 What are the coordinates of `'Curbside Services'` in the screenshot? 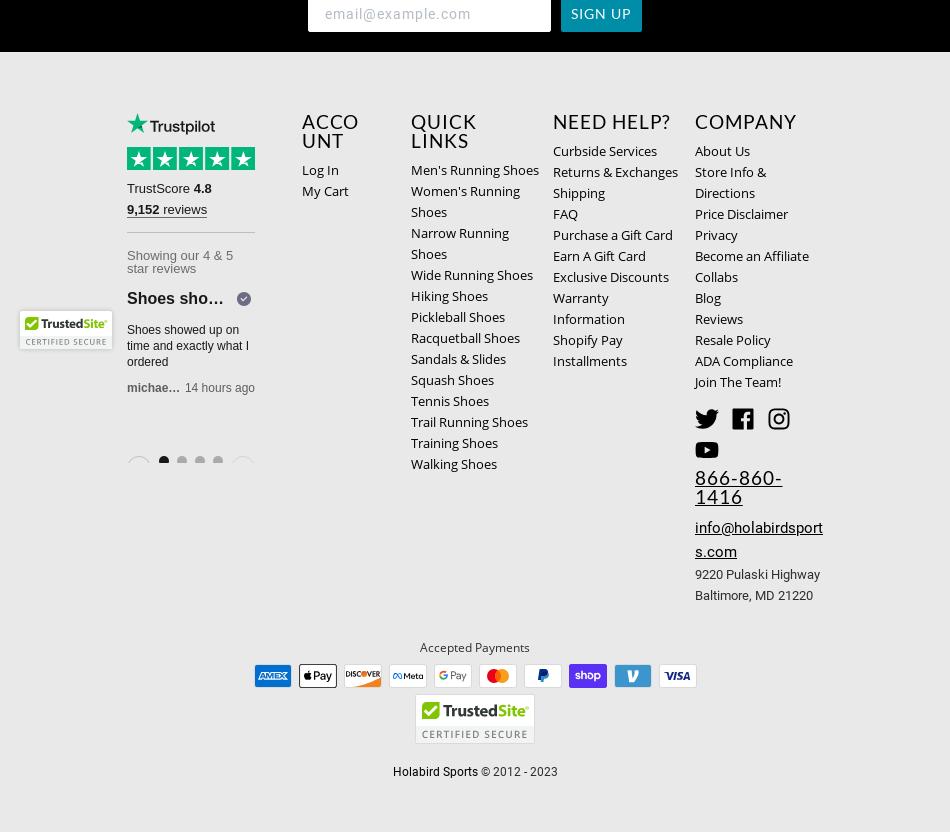 It's located at (604, 151).